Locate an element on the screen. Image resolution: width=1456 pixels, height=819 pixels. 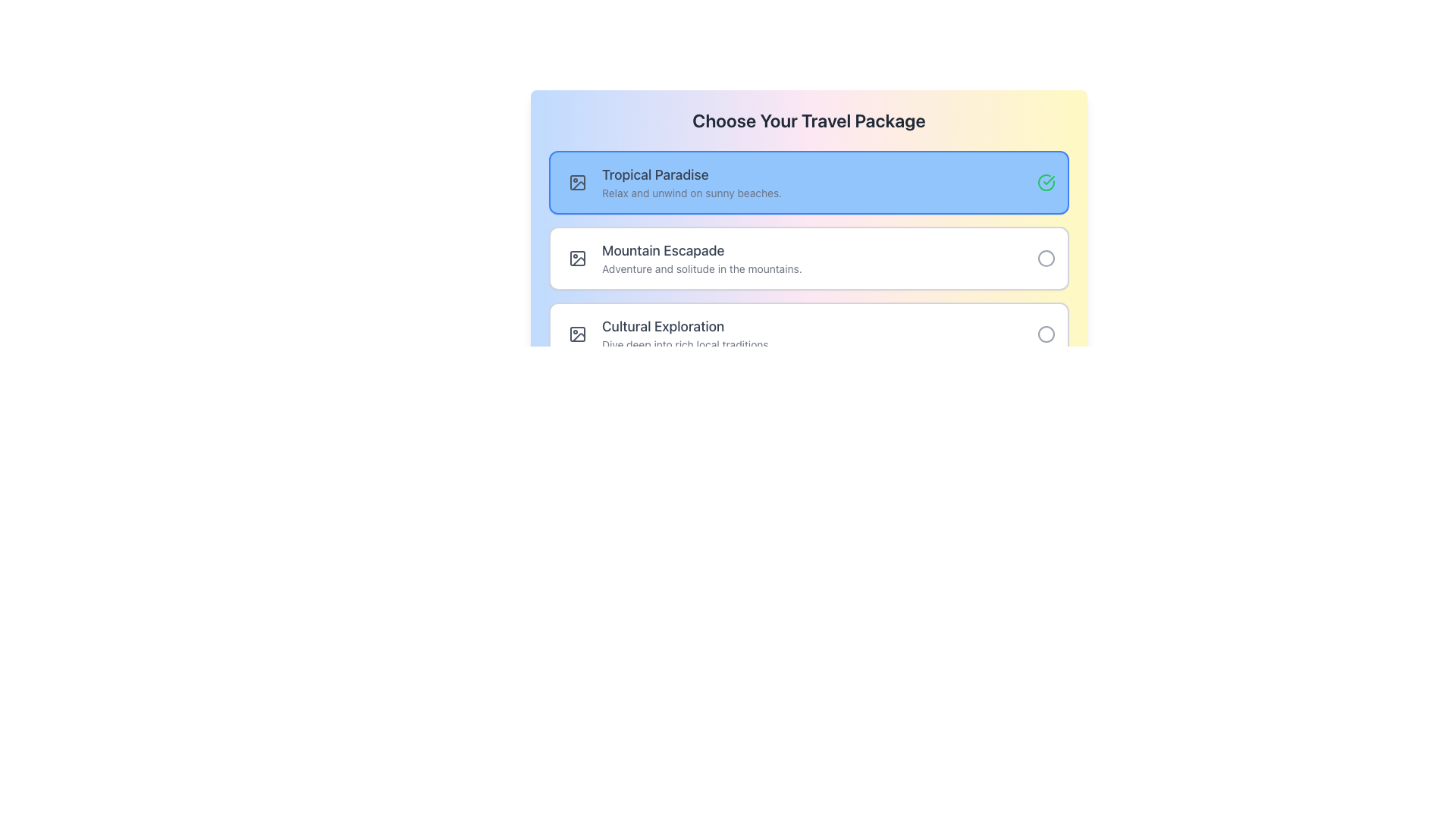
the graphical element that serves as a decorative representation within the 'Tropical Paradise' section of the SVG, indicating its relation to image functionality is located at coordinates (577, 181).